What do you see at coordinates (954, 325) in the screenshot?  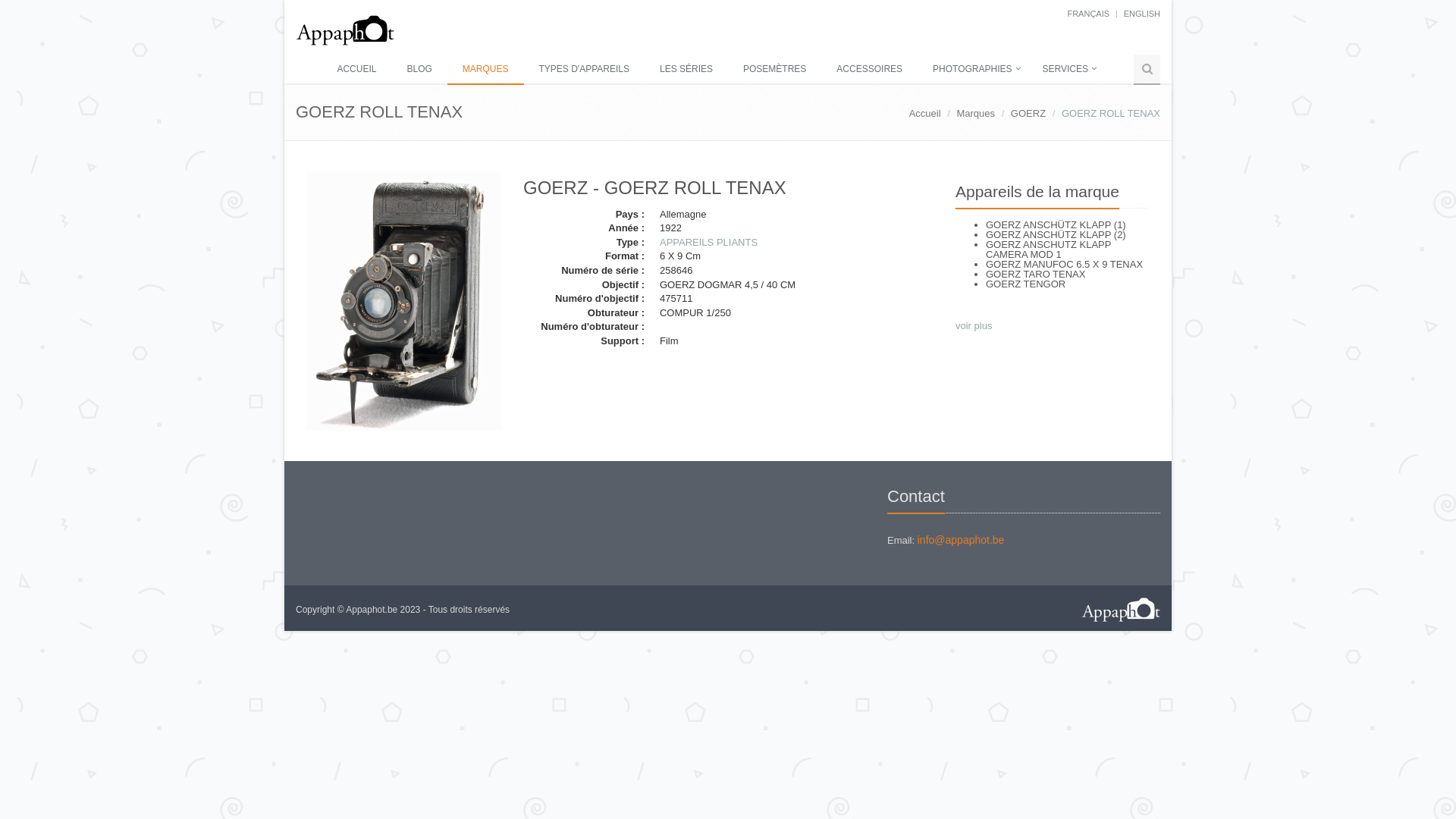 I see `'voir plus'` at bounding box center [954, 325].